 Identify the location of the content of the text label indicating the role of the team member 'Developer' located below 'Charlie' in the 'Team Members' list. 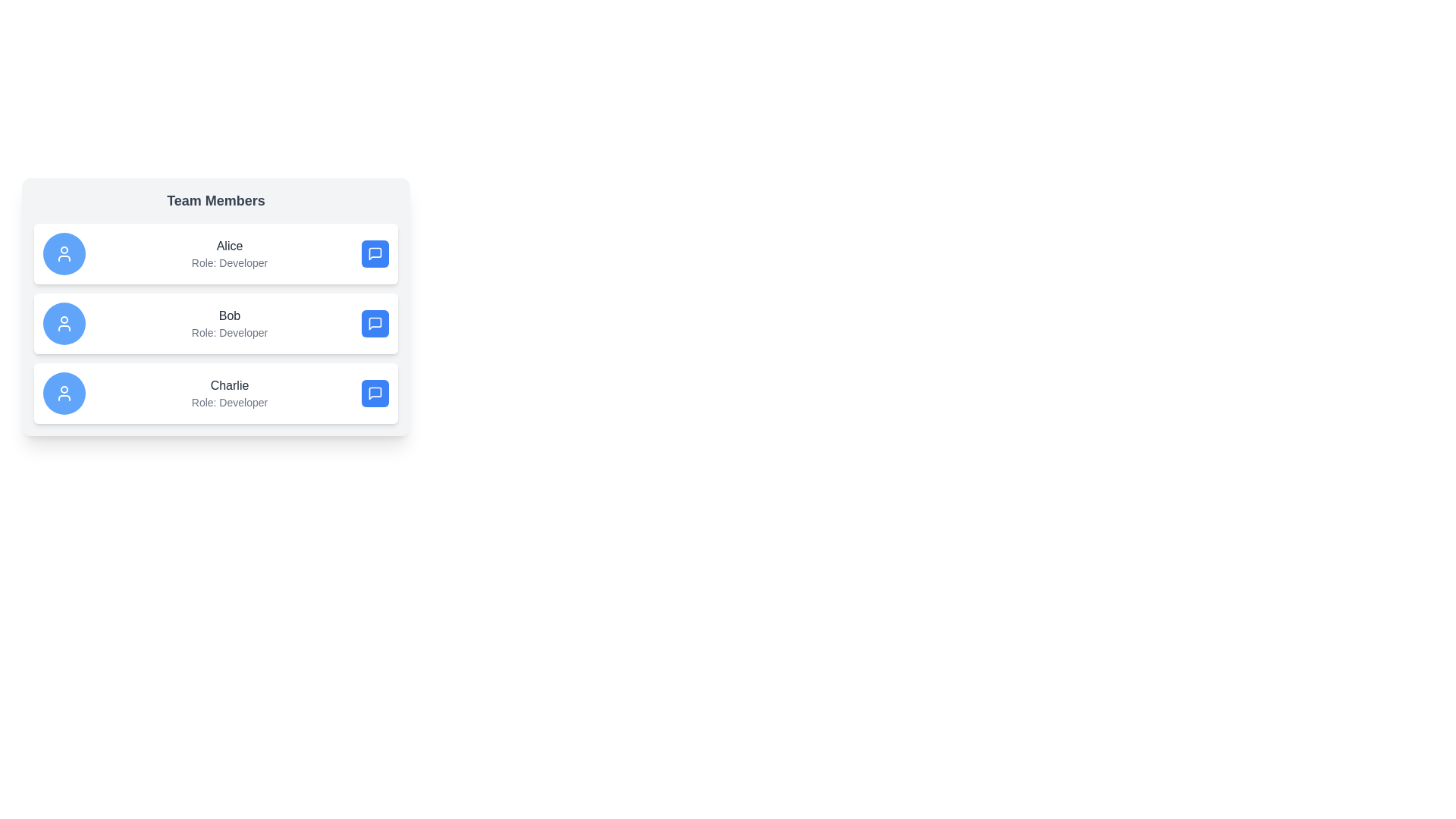
(228, 402).